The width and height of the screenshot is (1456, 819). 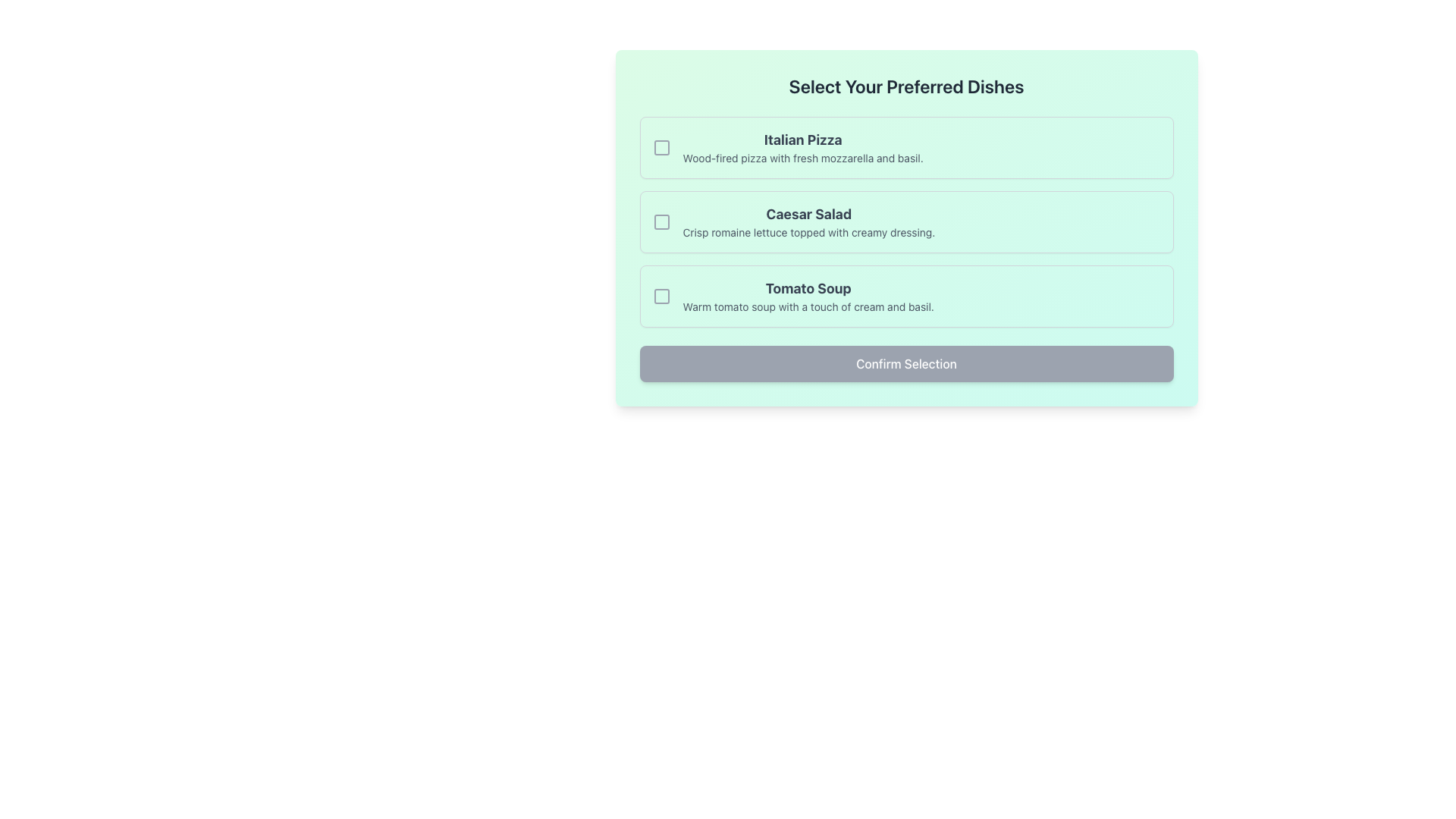 What do you see at coordinates (661, 222) in the screenshot?
I see `the checkbox marker for the 'Caesar Salad' option` at bounding box center [661, 222].